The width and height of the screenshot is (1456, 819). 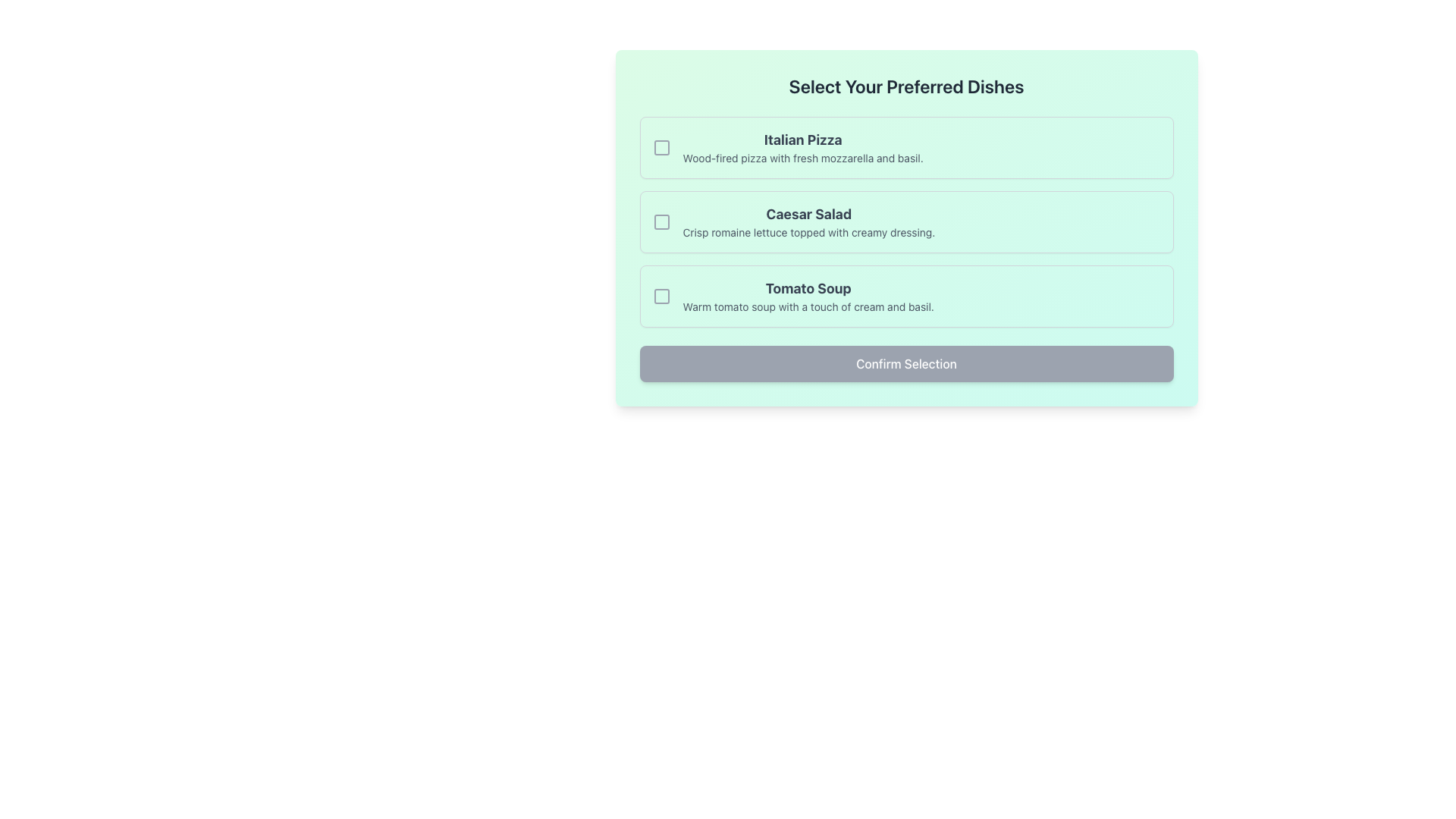 What do you see at coordinates (661, 222) in the screenshot?
I see `the checkbox marker for the 'Caesar Salad' option` at bounding box center [661, 222].